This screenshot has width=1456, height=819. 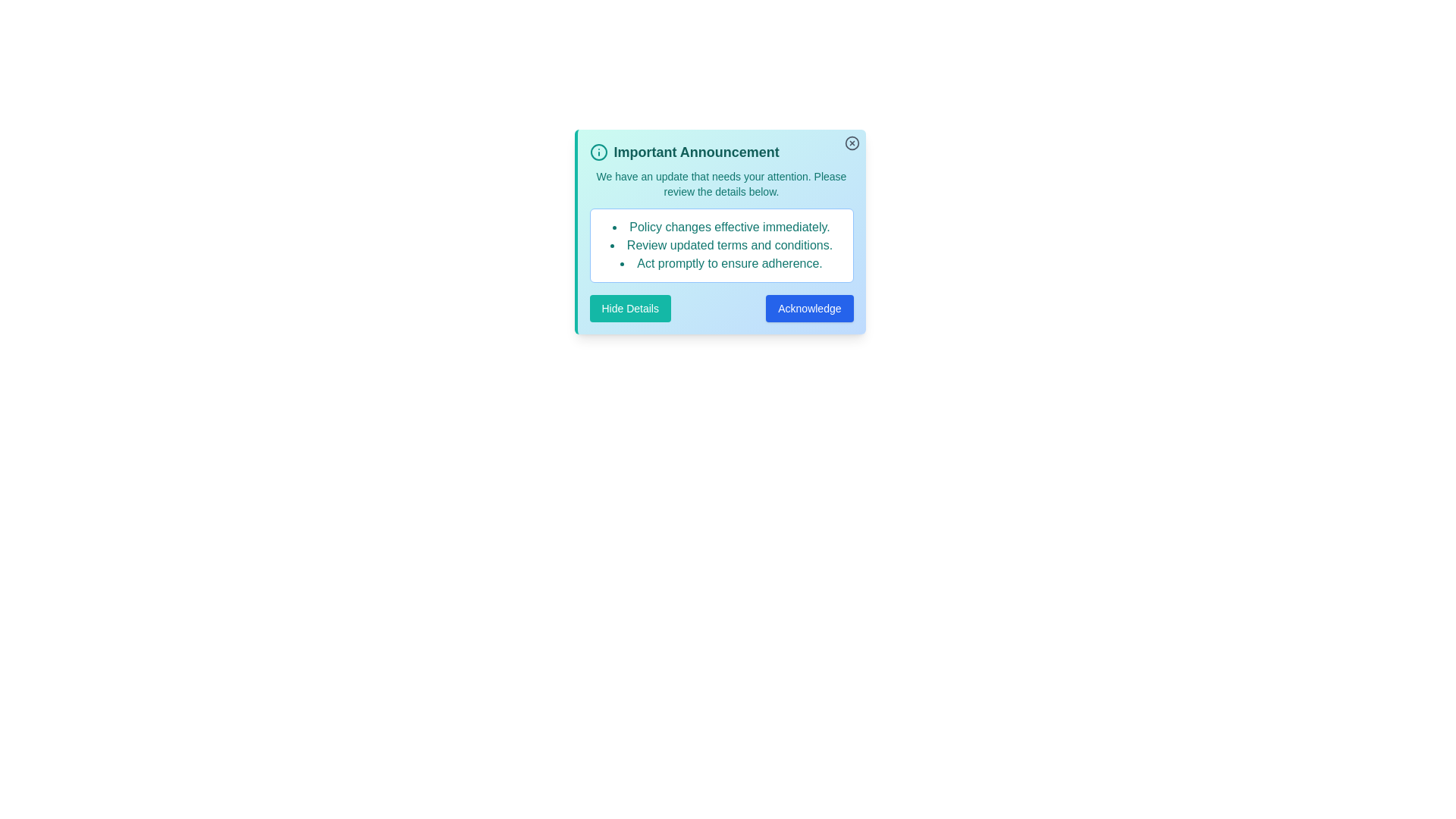 I want to click on the 'Acknowledge' button to acknowledge the notification, so click(x=808, y=308).